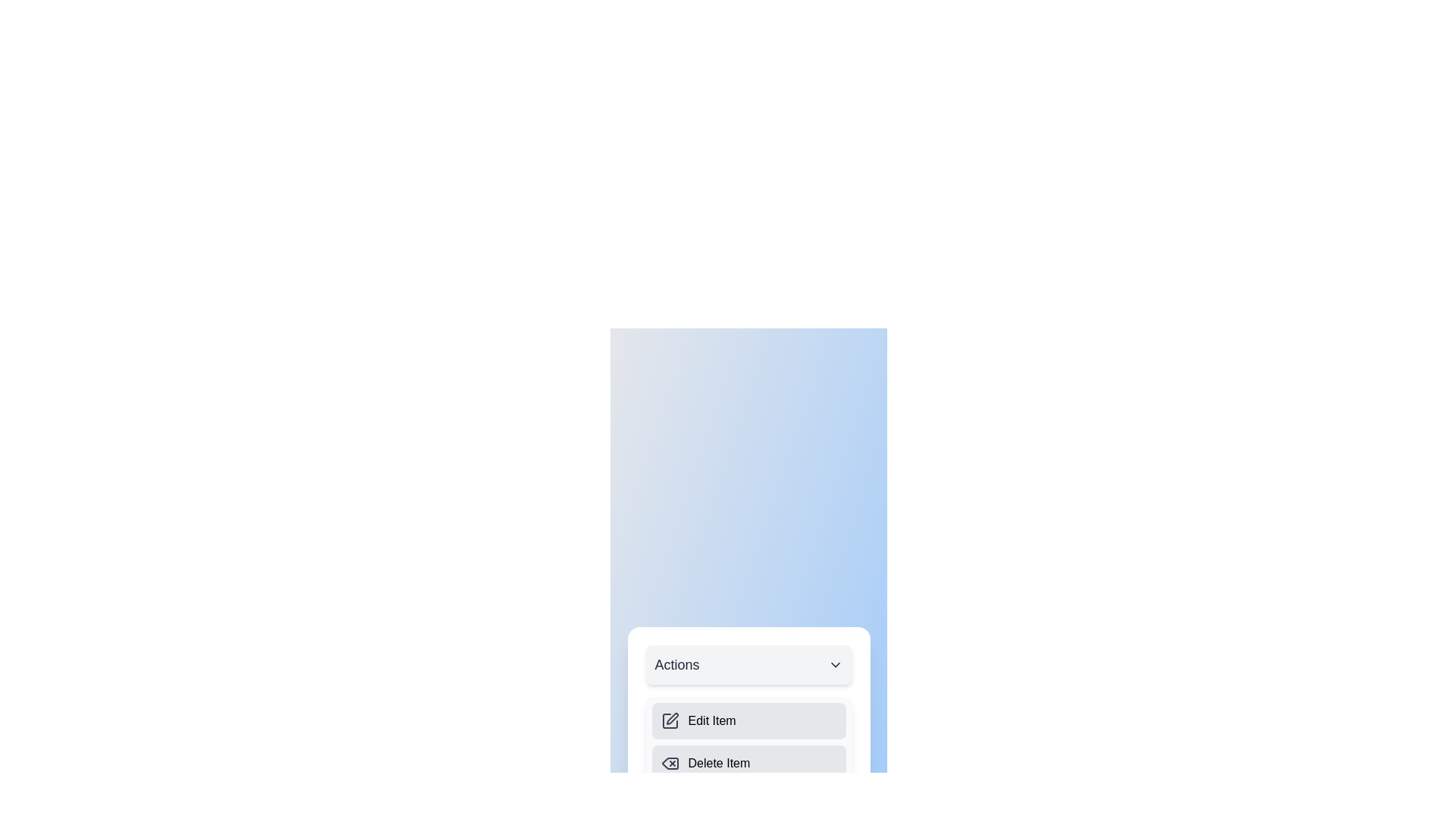 The height and width of the screenshot is (819, 1456). What do you see at coordinates (748, 763) in the screenshot?
I see `the 'Delete Item' option in the menu` at bounding box center [748, 763].